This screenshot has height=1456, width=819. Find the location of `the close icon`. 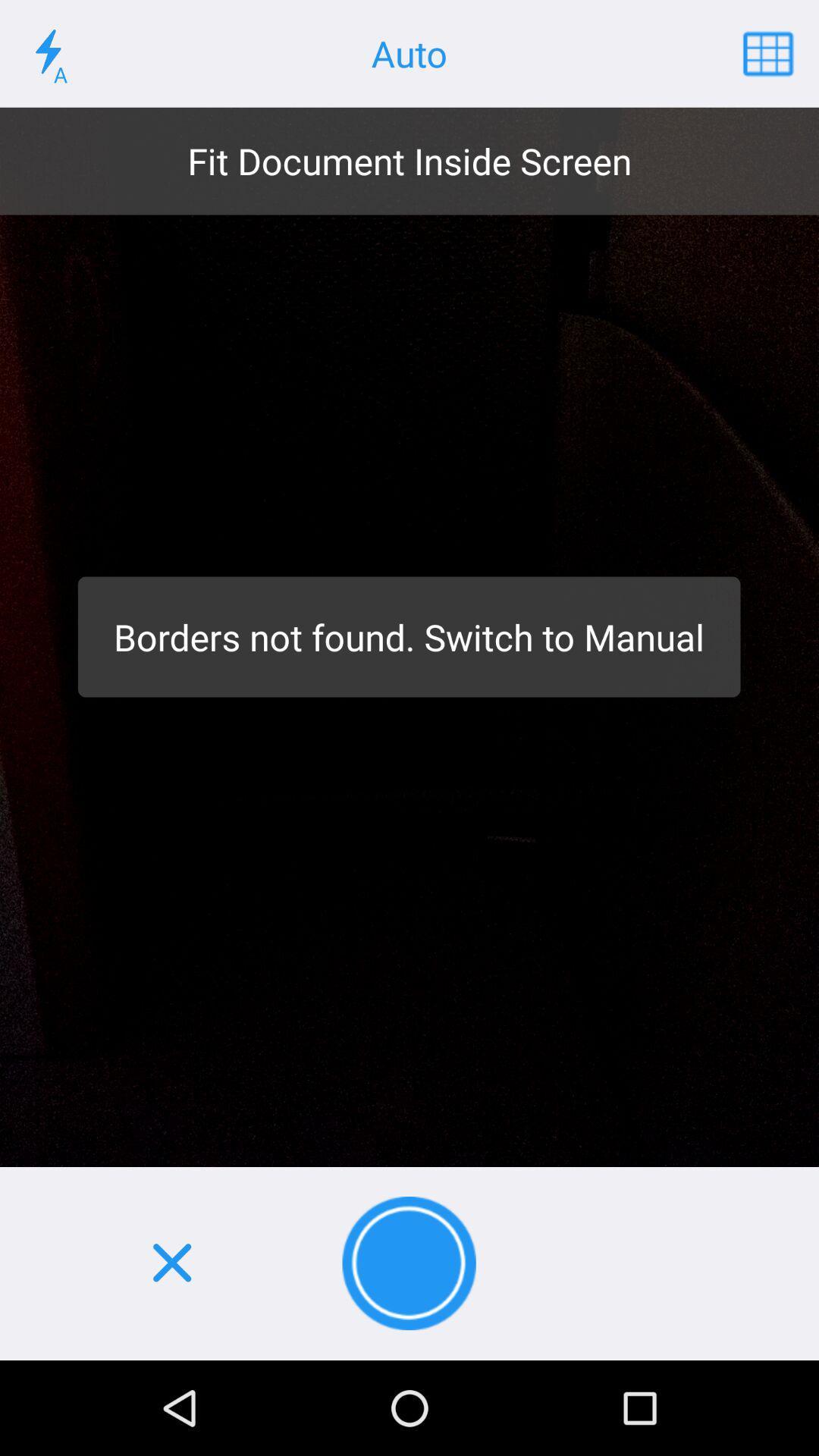

the close icon is located at coordinates (171, 1263).